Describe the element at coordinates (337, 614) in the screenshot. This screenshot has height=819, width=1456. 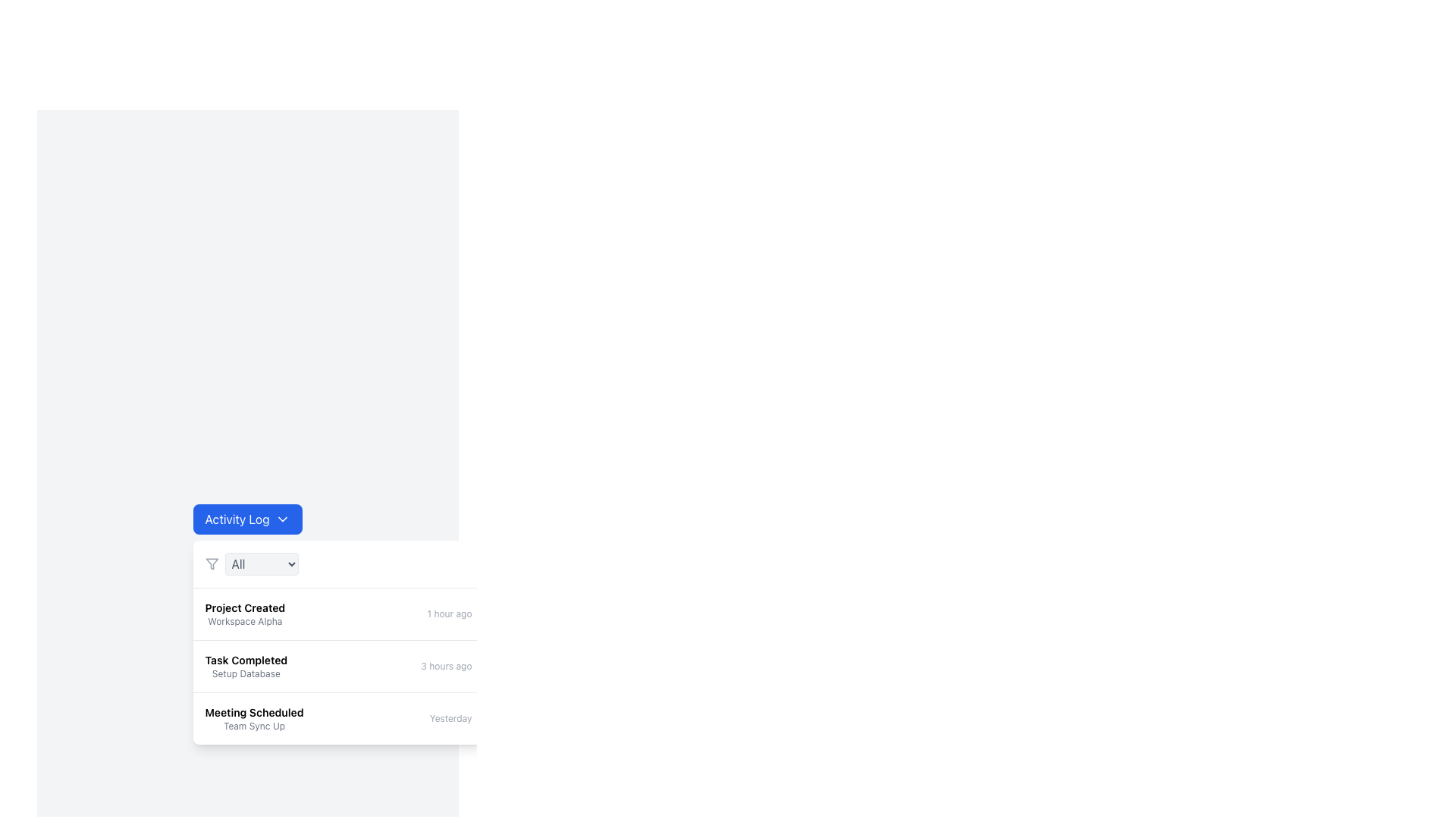
I see `the first entry in the activity log list, which summarizes an activity including title, workspace, and timestamp` at that location.